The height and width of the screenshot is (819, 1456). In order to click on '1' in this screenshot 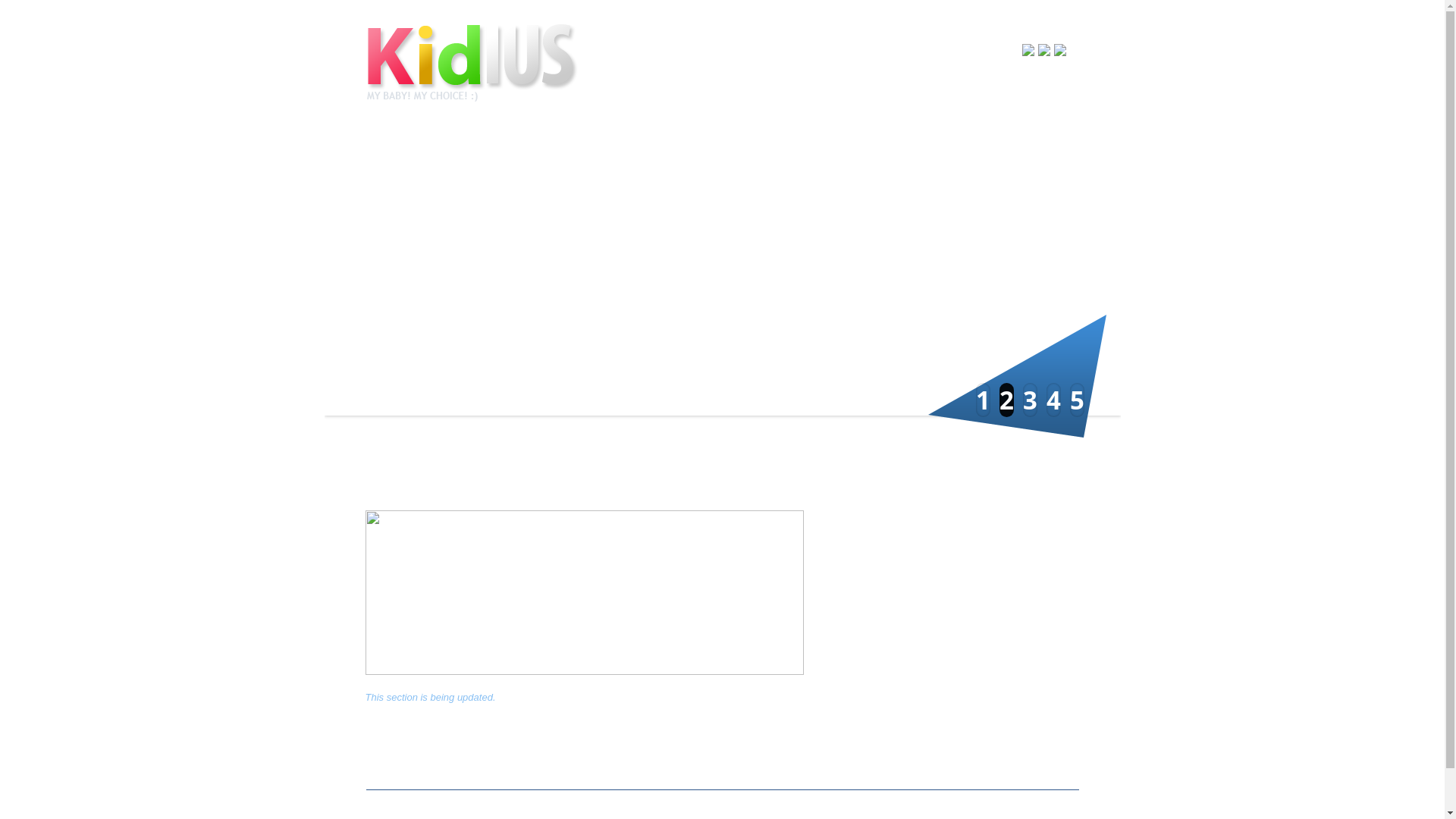, I will do `click(982, 399)`.